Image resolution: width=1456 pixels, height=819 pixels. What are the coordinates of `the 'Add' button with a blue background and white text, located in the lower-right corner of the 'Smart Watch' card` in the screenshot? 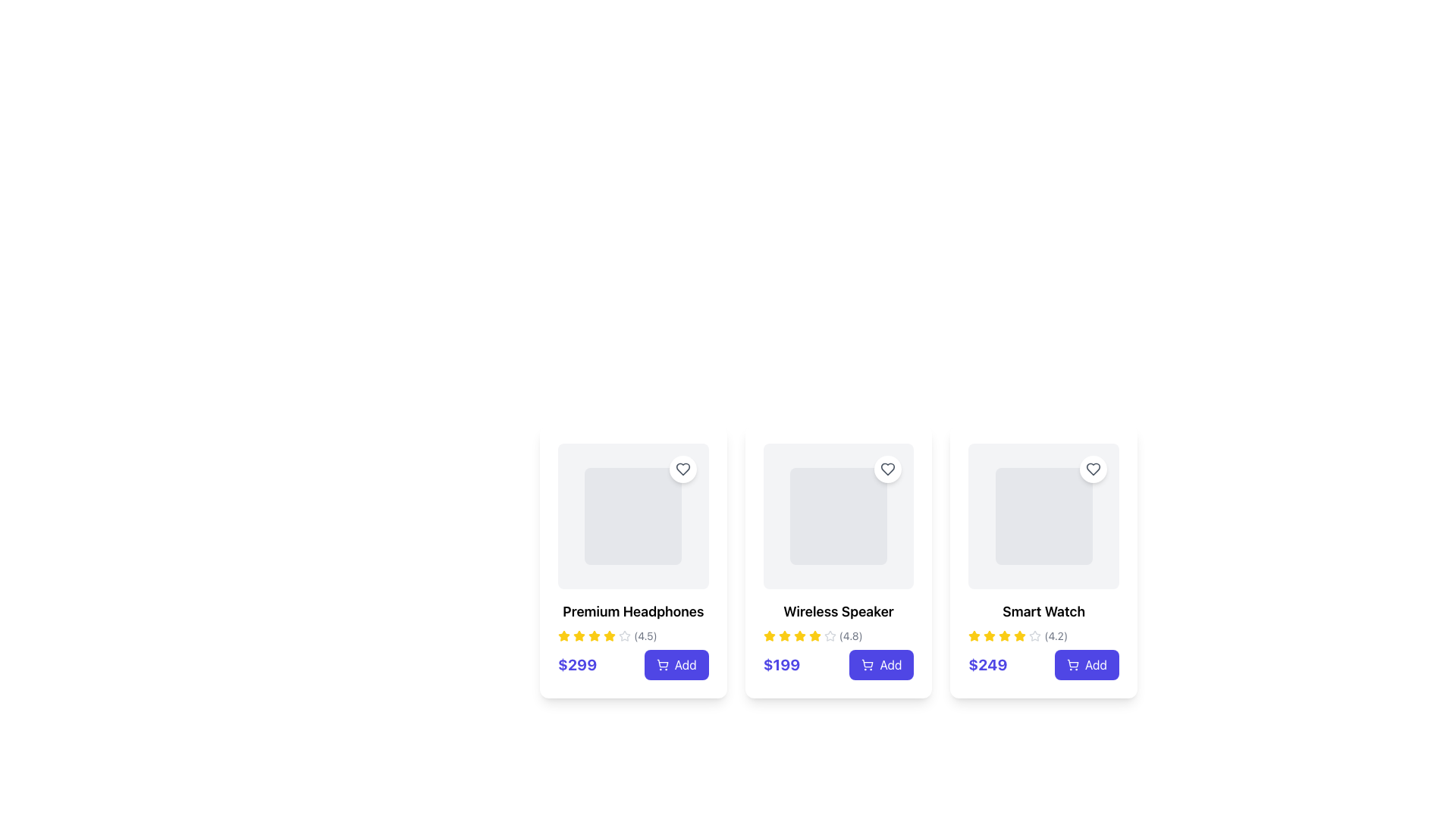 It's located at (1086, 664).